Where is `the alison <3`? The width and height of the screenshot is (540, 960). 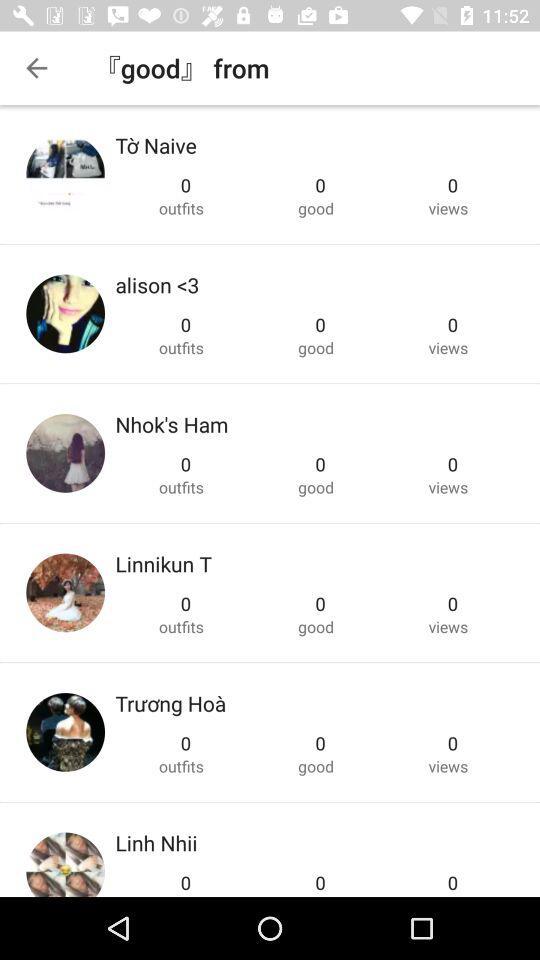 the alison <3 is located at coordinates (156, 284).